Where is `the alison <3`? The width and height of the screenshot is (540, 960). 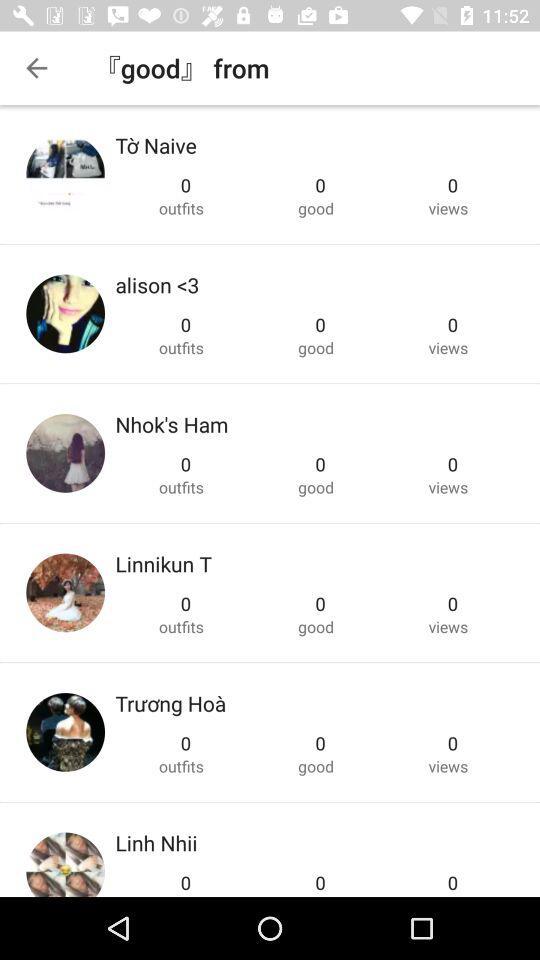 the alison <3 is located at coordinates (156, 284).